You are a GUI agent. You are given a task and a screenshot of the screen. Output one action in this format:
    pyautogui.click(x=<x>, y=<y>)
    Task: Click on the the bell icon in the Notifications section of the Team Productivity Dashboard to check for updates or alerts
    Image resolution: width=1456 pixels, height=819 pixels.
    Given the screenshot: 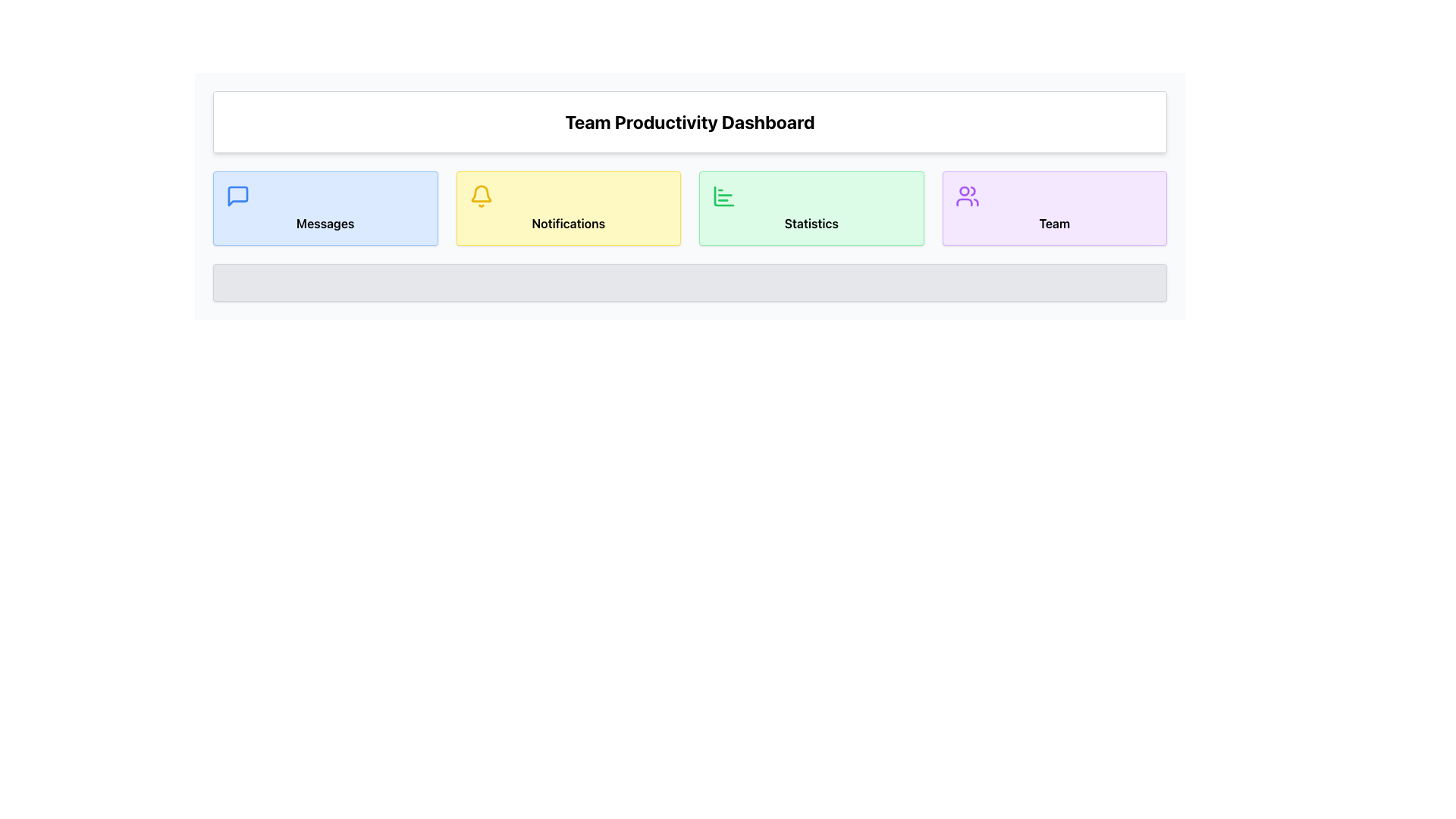 What is the action you would take?
    pyautogui.click(x=480, y=195)
    